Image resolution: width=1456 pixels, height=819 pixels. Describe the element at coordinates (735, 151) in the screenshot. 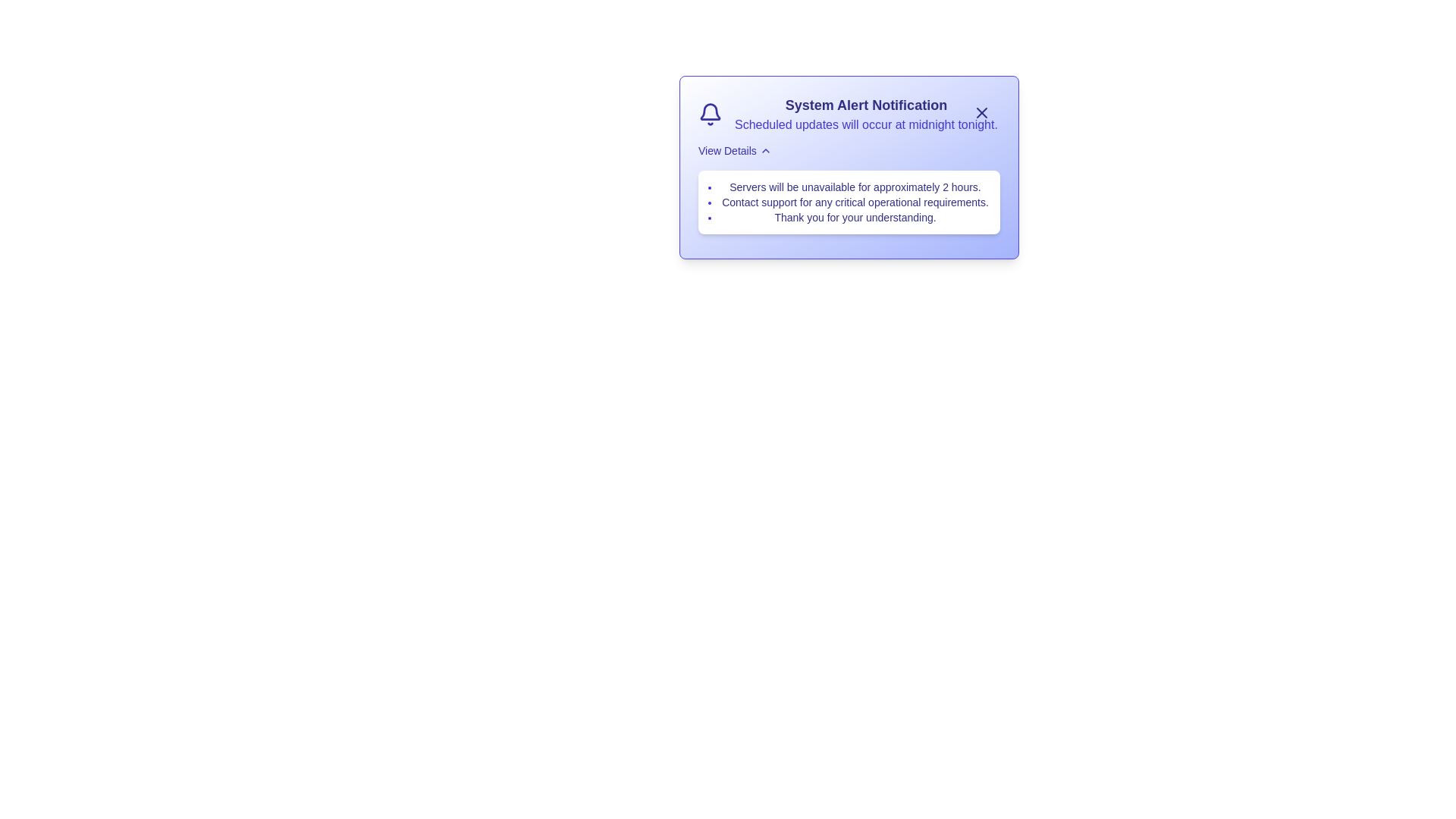

I see `'View Details' button to toggle the expansion state of the alert` at that location.